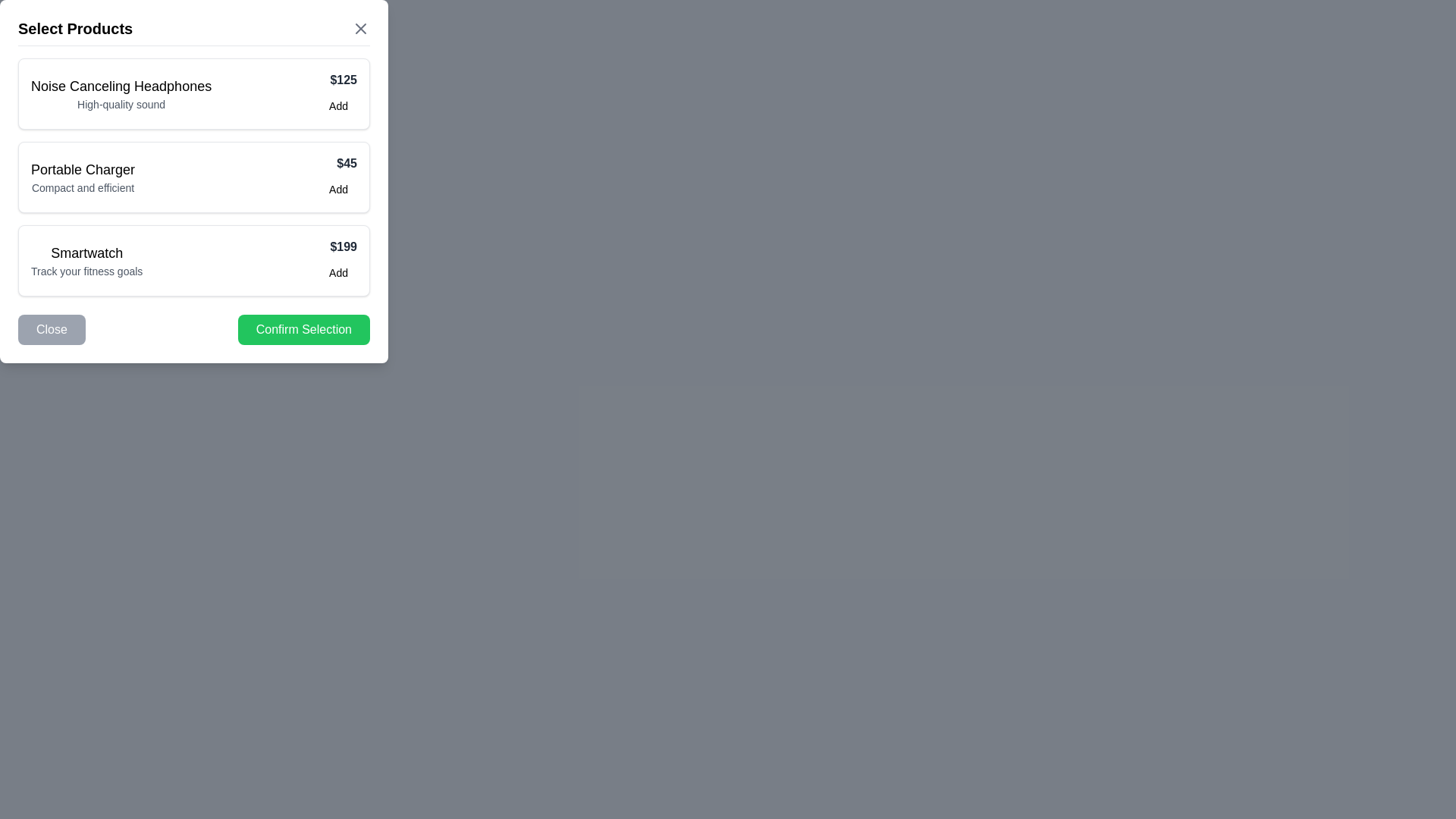 The image size is (1456, 819). Describe the element at coordinates (337, 271) in the screenshot. I see `the 'Add Smartwatch' button located in the lower-right corner of the product card` at that location.